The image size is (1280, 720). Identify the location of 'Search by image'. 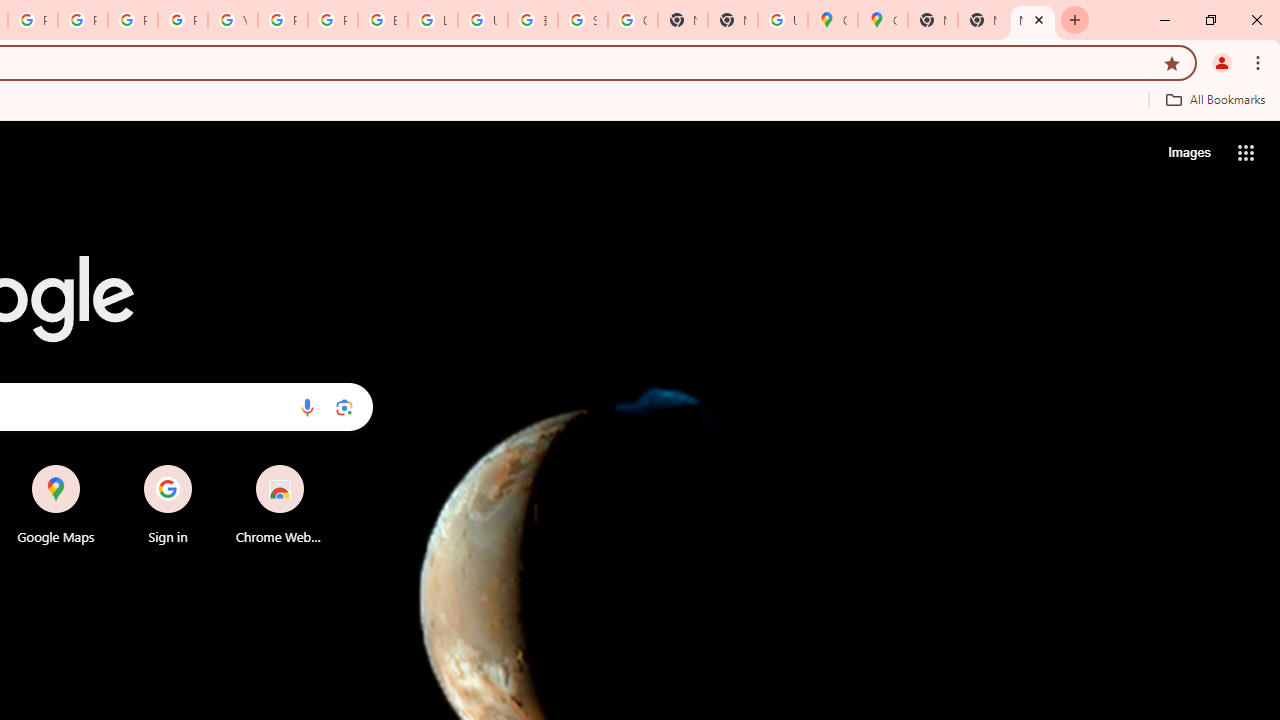
(344, 406).